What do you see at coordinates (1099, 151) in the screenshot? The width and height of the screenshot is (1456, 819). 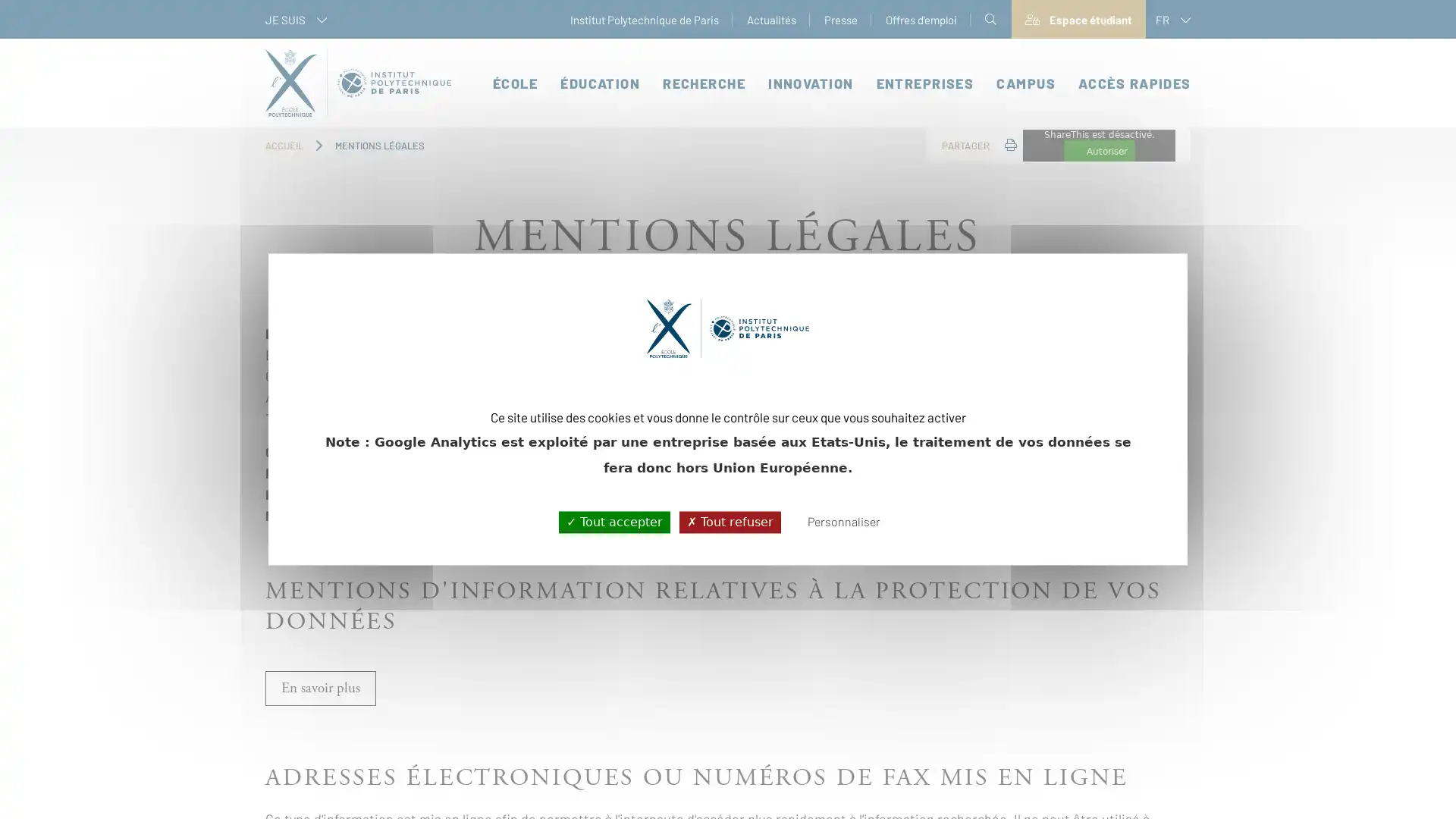 I see `Autoriser` at bounding box center [1099, 151].